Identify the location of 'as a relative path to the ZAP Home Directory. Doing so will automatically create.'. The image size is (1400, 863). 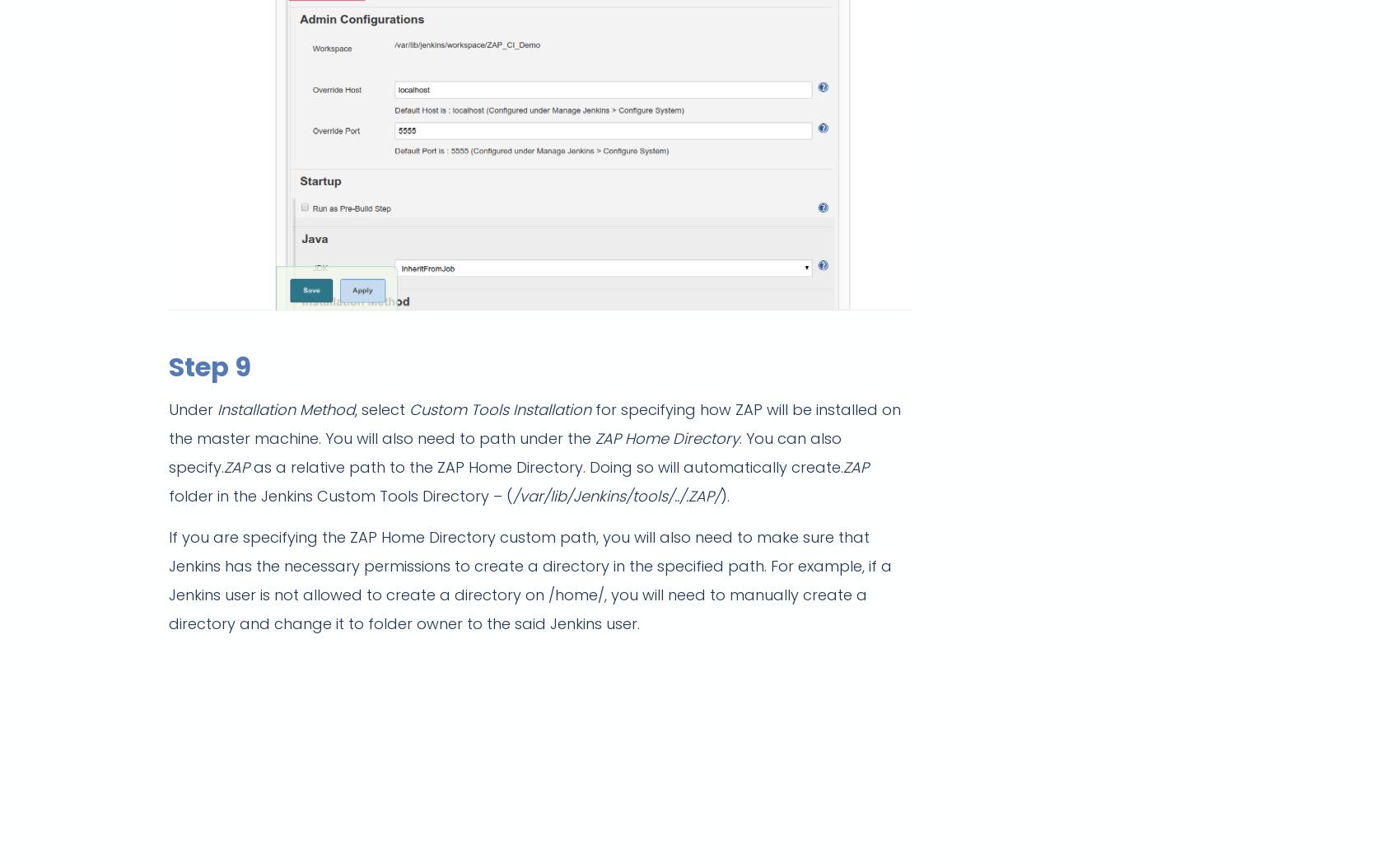
(546, 466).